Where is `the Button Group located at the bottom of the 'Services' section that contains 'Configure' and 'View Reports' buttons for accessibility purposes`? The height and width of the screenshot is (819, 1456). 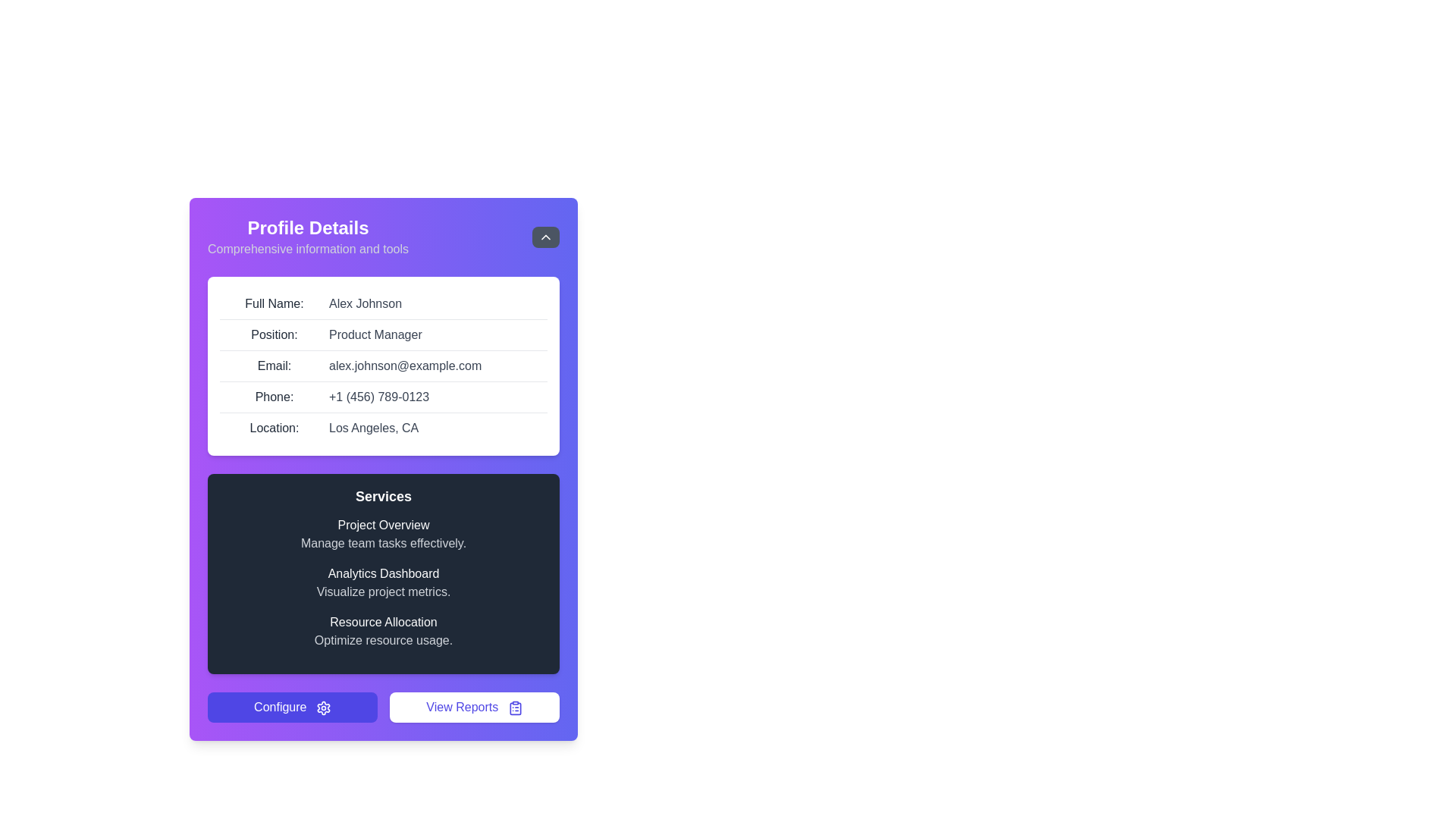
the Button Group located at the bottom of the 'Services' section that contains 'Configure' and 'View Reports' buttons for accessibility purposes is located at coordinates (383, 708).